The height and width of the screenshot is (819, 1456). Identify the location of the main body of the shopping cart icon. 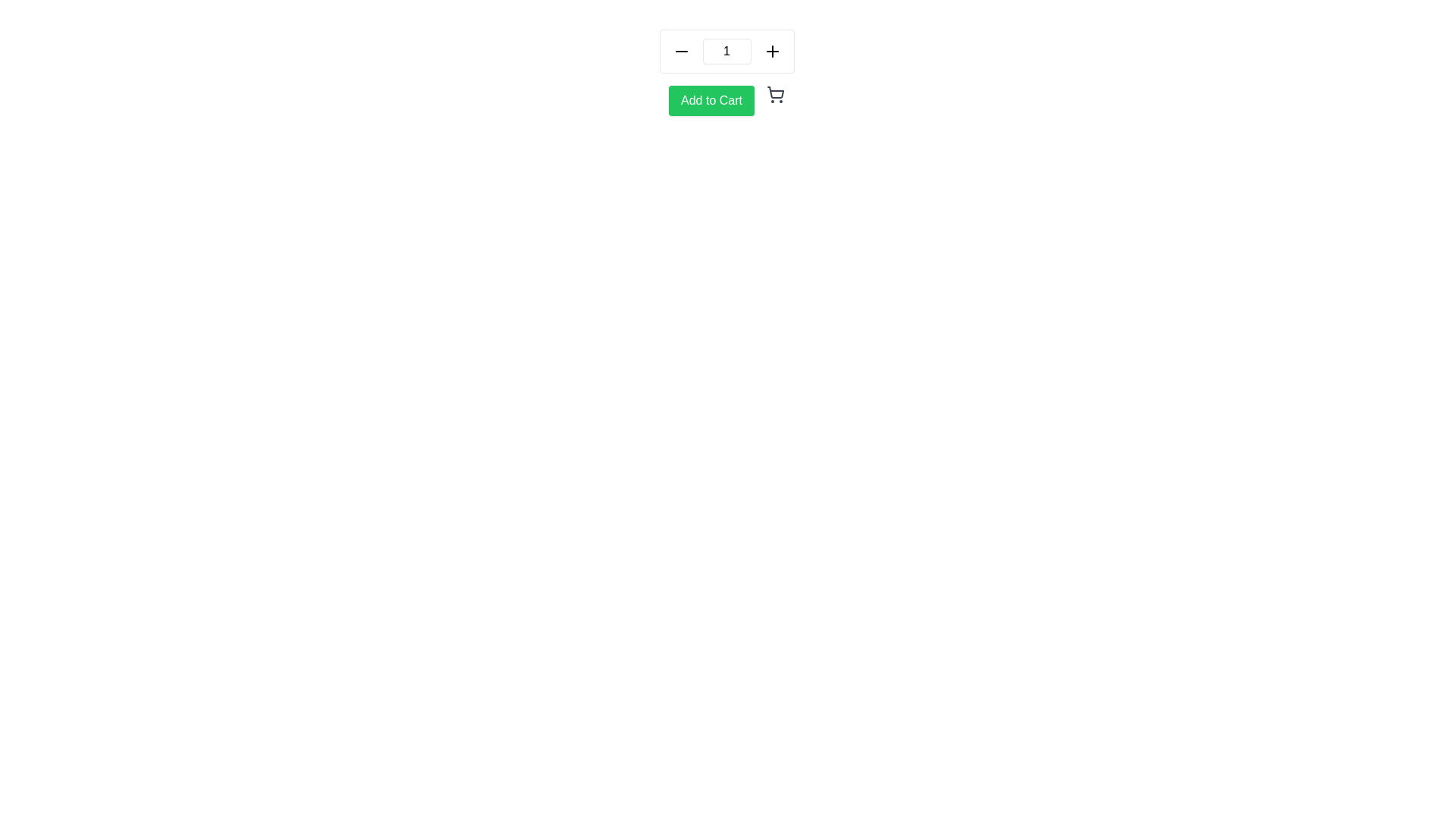
(775, 93).